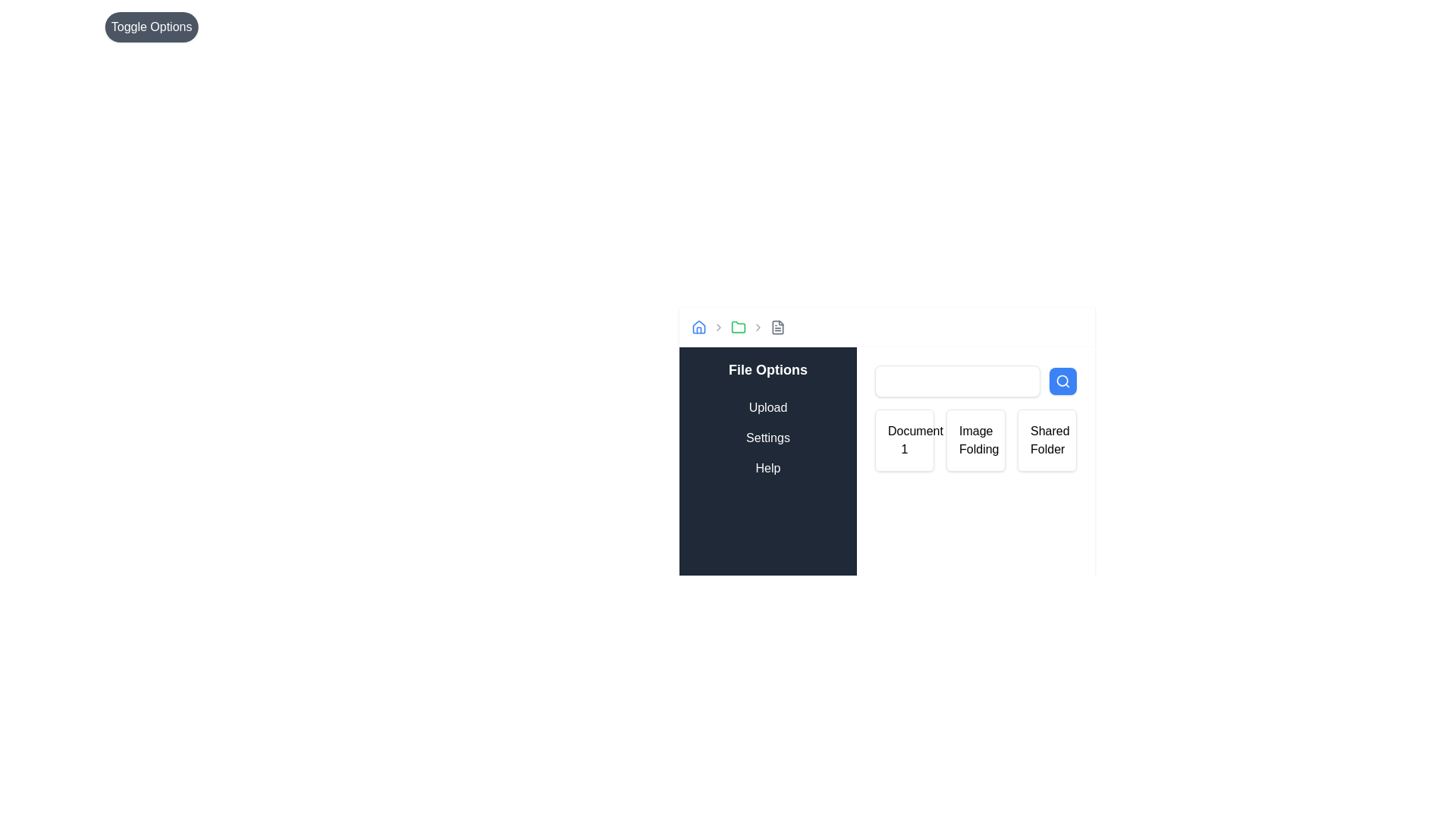 This screenshot has width=1456, height=819. I want to click on the help menu button located in the 'File Options' section of the sidebar, positioned below the 'Settings' button, so click(767, 467).